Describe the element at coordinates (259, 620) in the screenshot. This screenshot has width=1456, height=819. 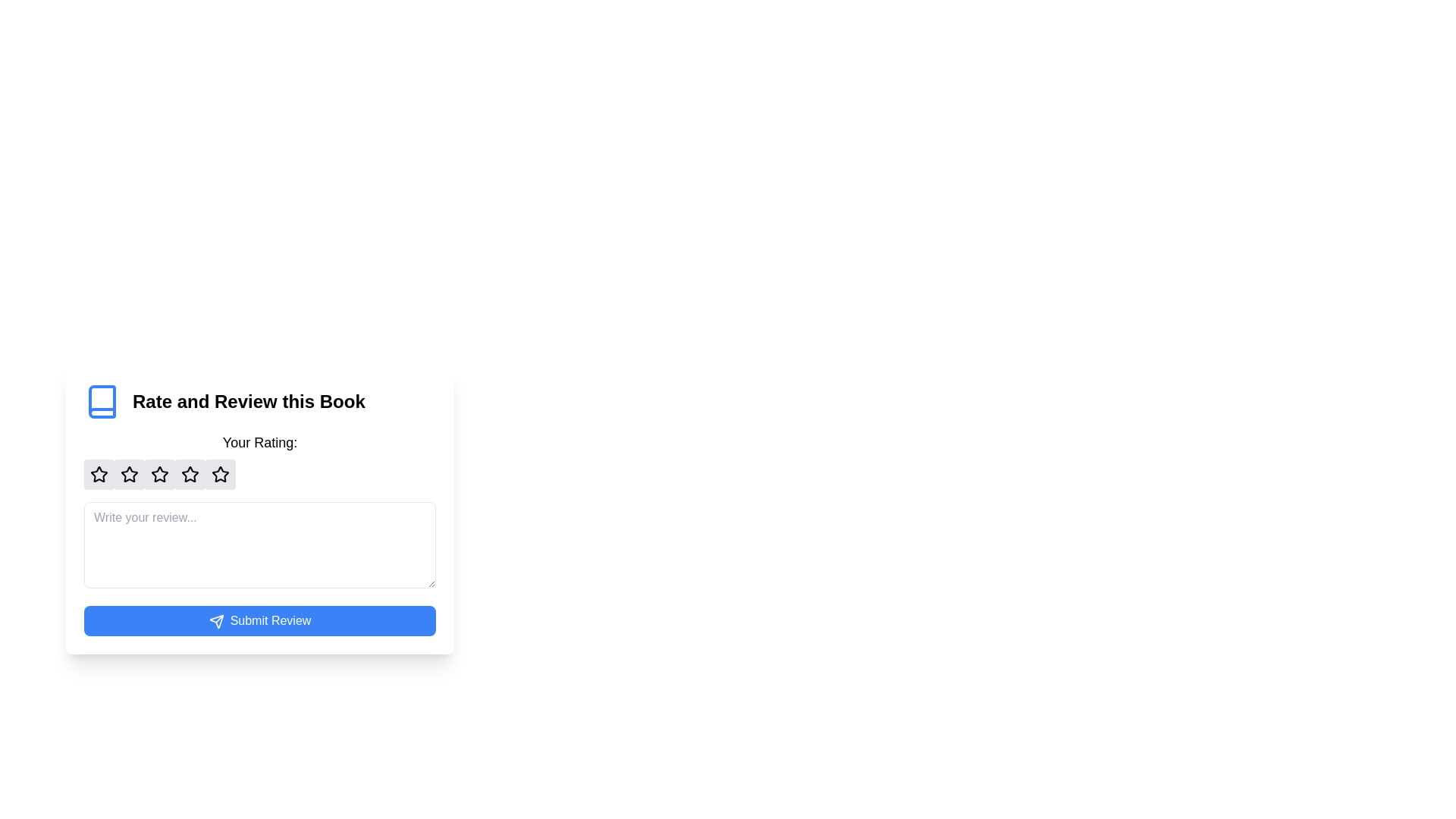
I see `the submit review button located below the 'Write your review...' text input field to activate it` at that location.